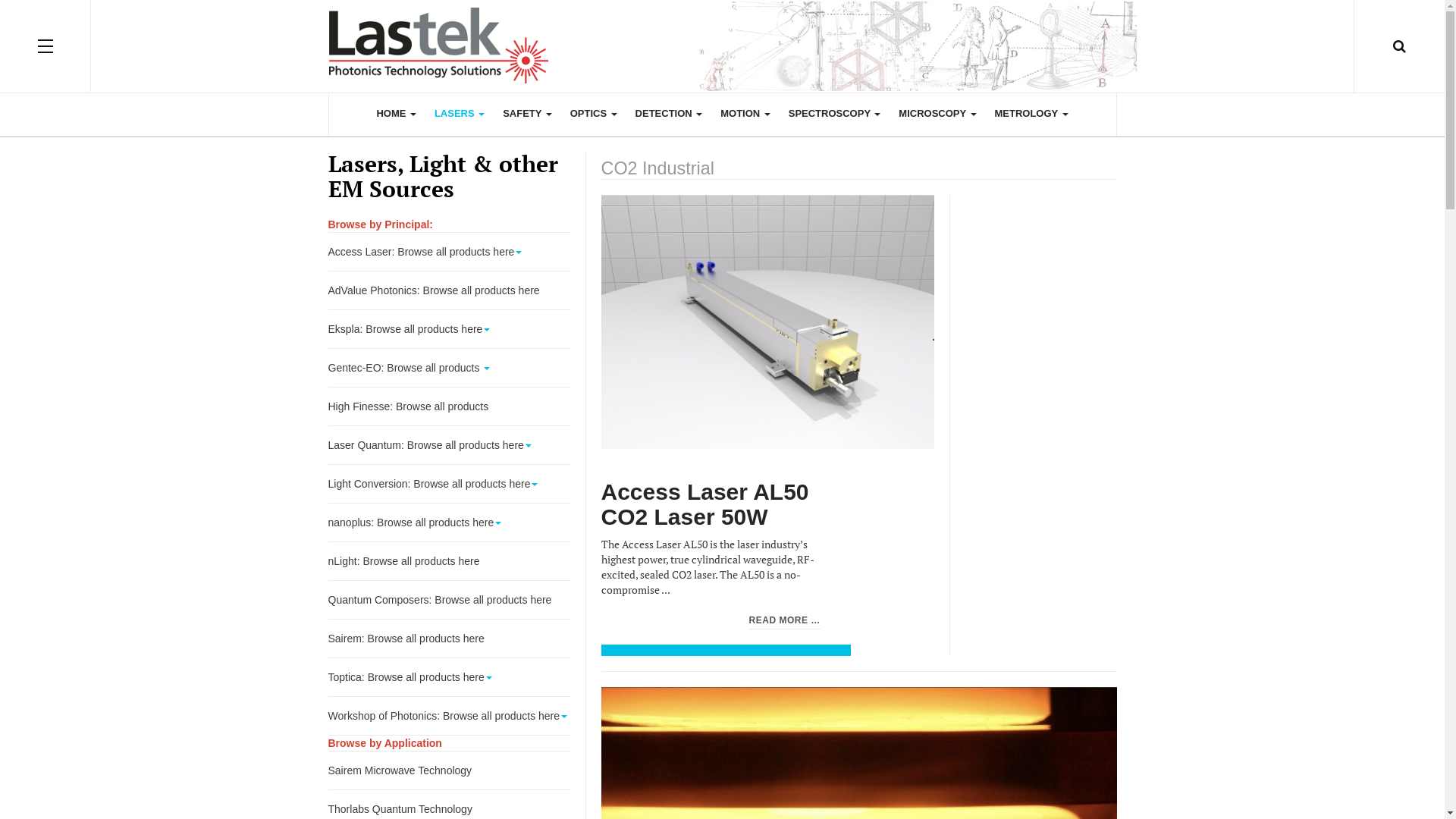  Describe the element at coordinates (937, 113) in the screenshot. I see `'MICROSCOPY'` at that location.